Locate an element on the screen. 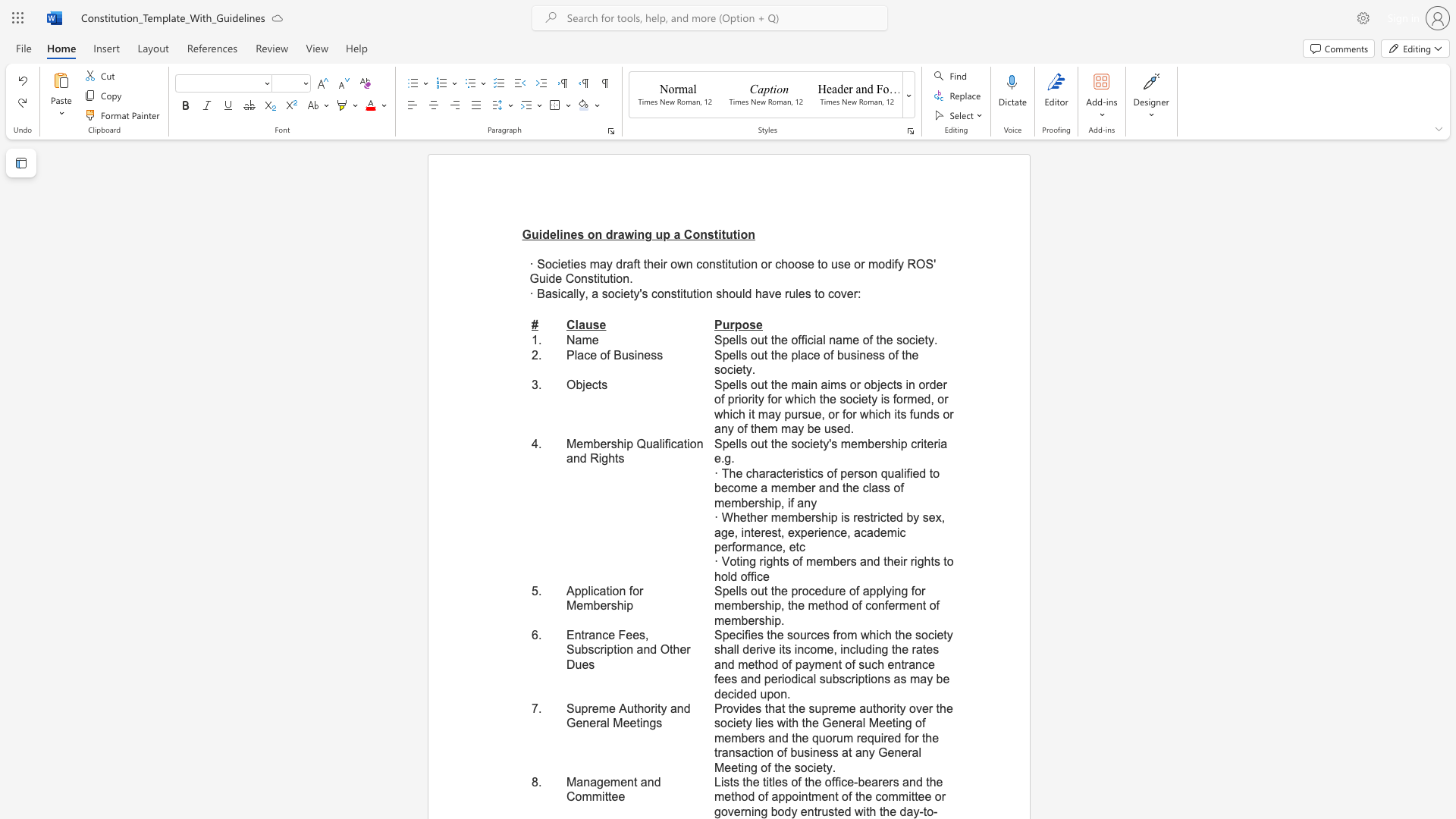 The width and height of the screenshot is (1456, 819). the 2th character "d" in the text is located at coordinates (927, 398).